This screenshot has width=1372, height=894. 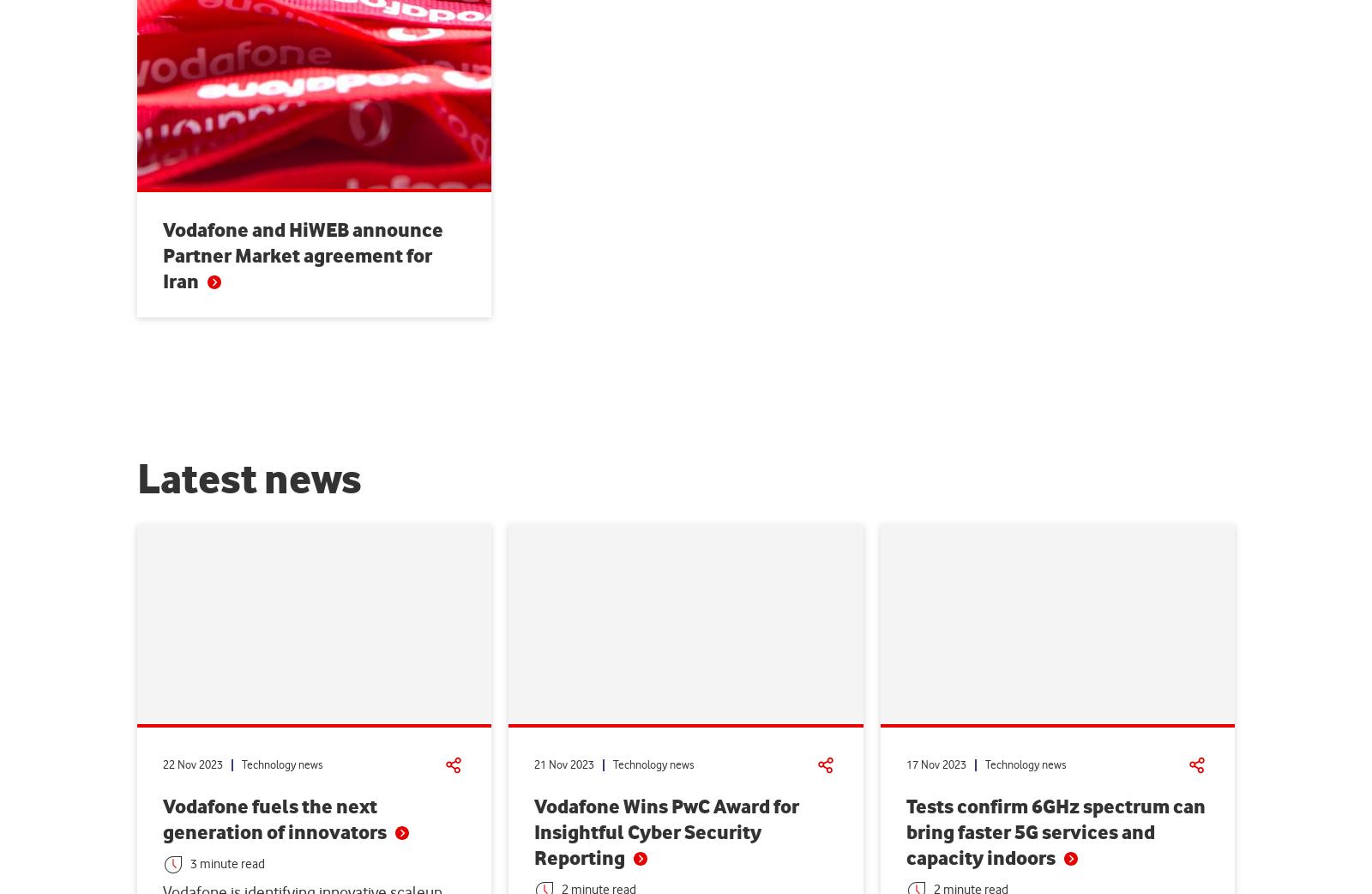 What do you see at coordinates (136, 480) in the screenshot?
I see `'Latest news'` at bounding box center [136, 480].